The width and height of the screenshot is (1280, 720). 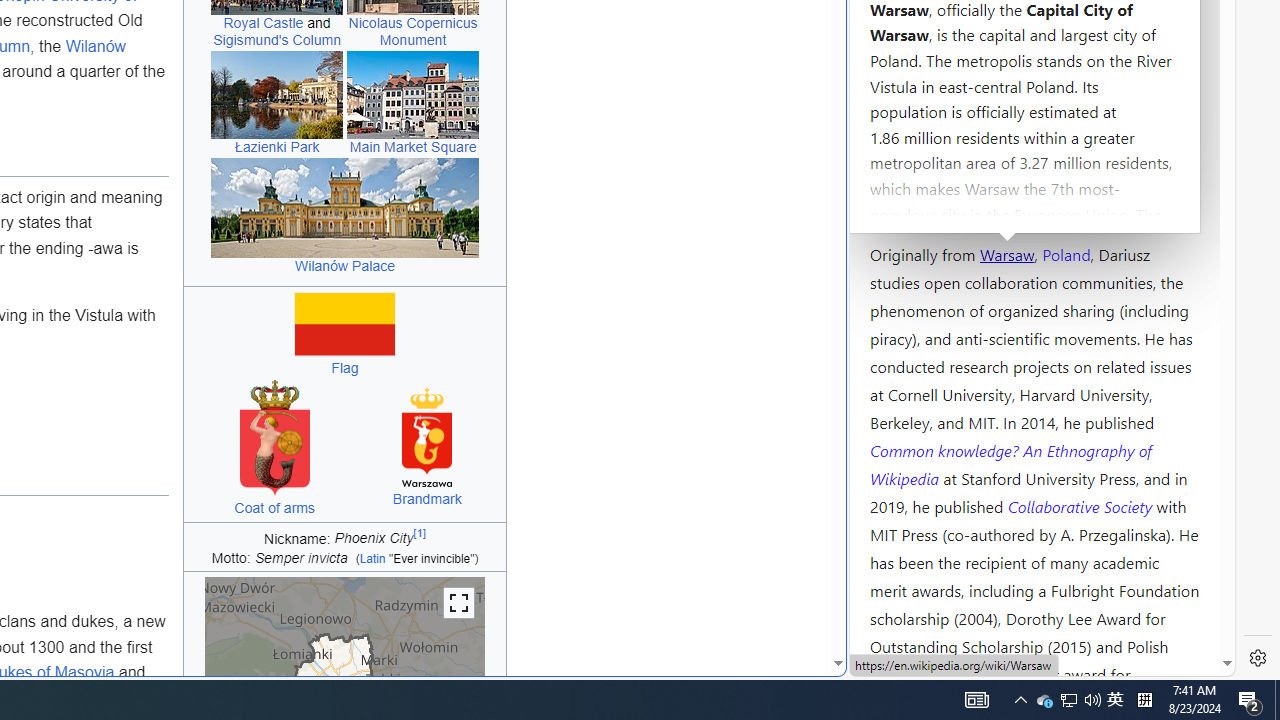 I want to click on 'Main Market Square', so click(x=412, y=95).